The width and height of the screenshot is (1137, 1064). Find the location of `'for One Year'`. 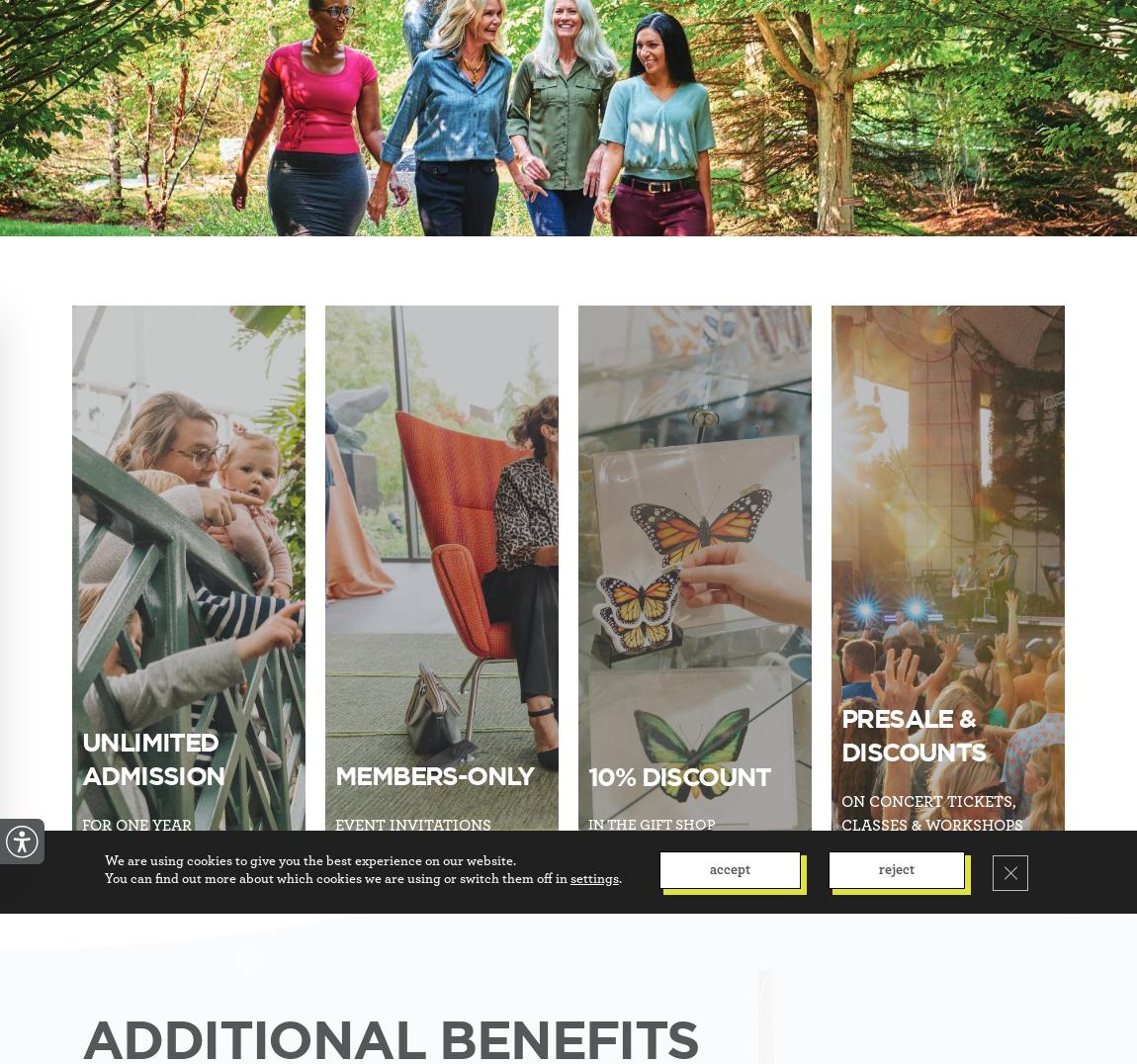

'for One Year' is located at coordinates (135, 824).